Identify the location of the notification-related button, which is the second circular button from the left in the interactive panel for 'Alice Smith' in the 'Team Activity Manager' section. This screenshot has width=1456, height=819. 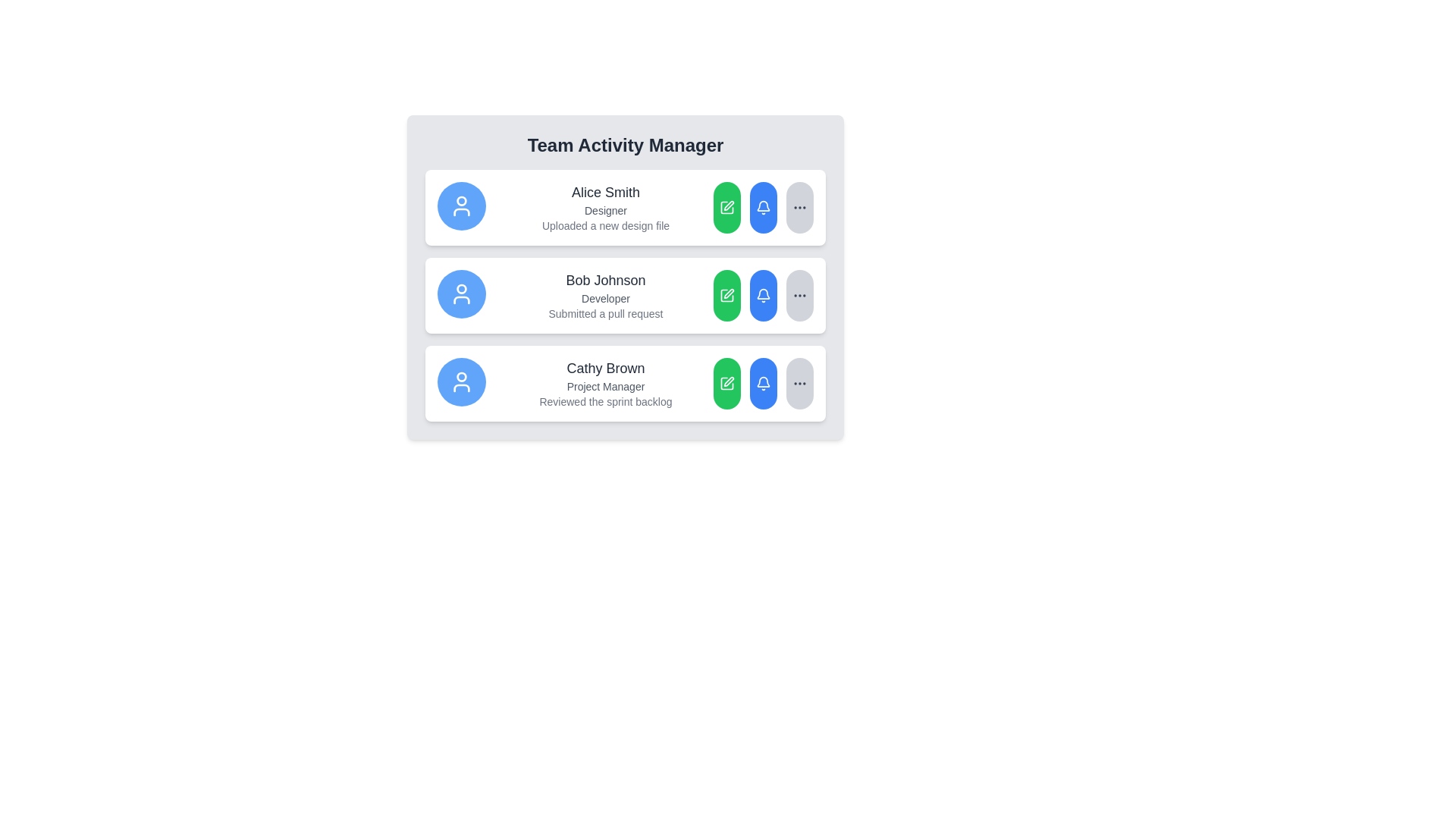
(764, 207).